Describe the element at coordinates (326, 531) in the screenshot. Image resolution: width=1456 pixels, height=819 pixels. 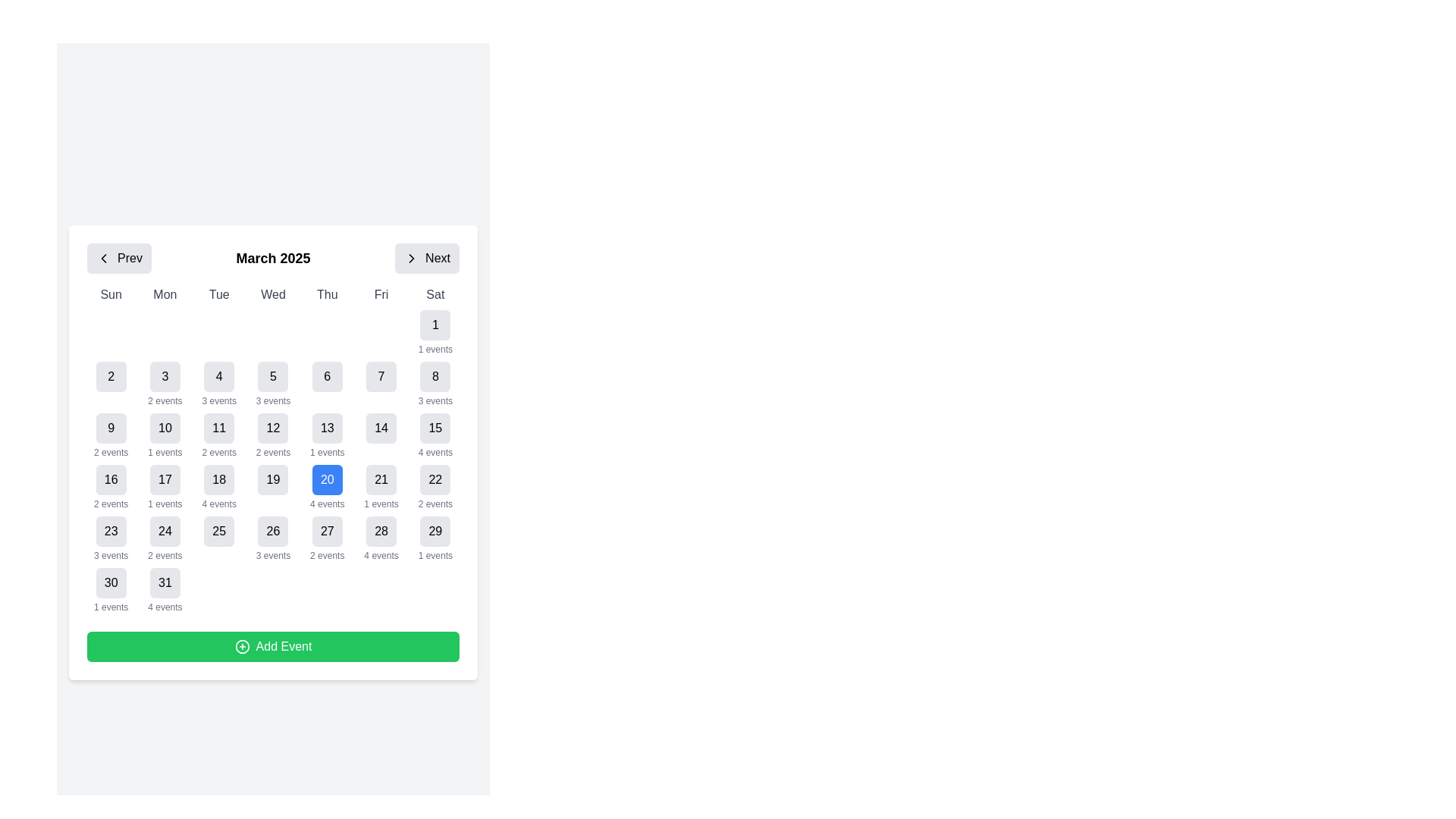
I see `the square-shaped button labeled '27' in bold black font, located in the last row of the calendar grid` at that location.